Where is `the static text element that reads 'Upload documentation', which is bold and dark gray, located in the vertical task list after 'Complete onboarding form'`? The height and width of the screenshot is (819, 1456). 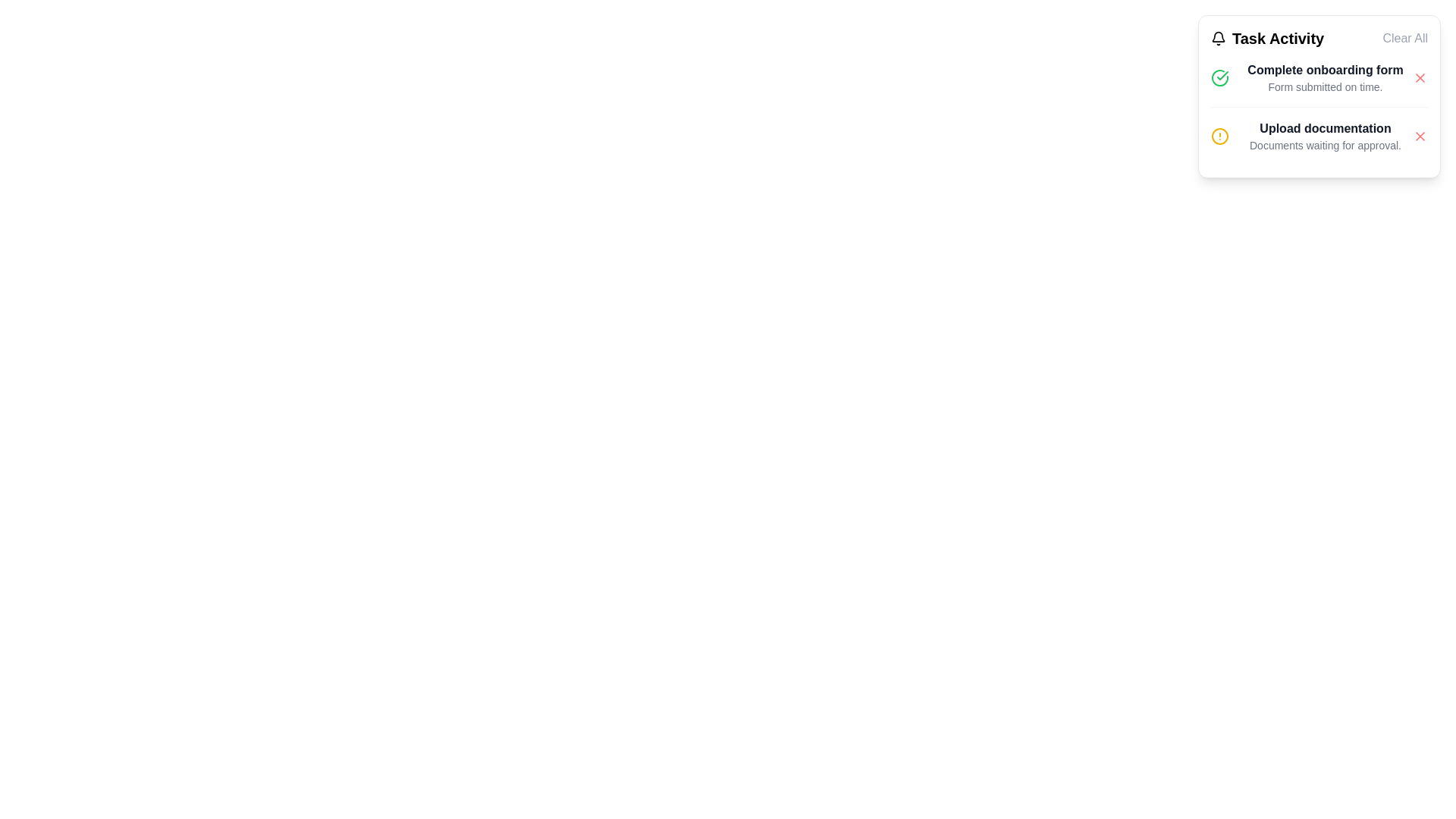 the static text element that reads 'Upload documentation', which is bold and dark gray, located in the vertical task list after 'Complete onboarding form' is located at coordinates (1324, 127).